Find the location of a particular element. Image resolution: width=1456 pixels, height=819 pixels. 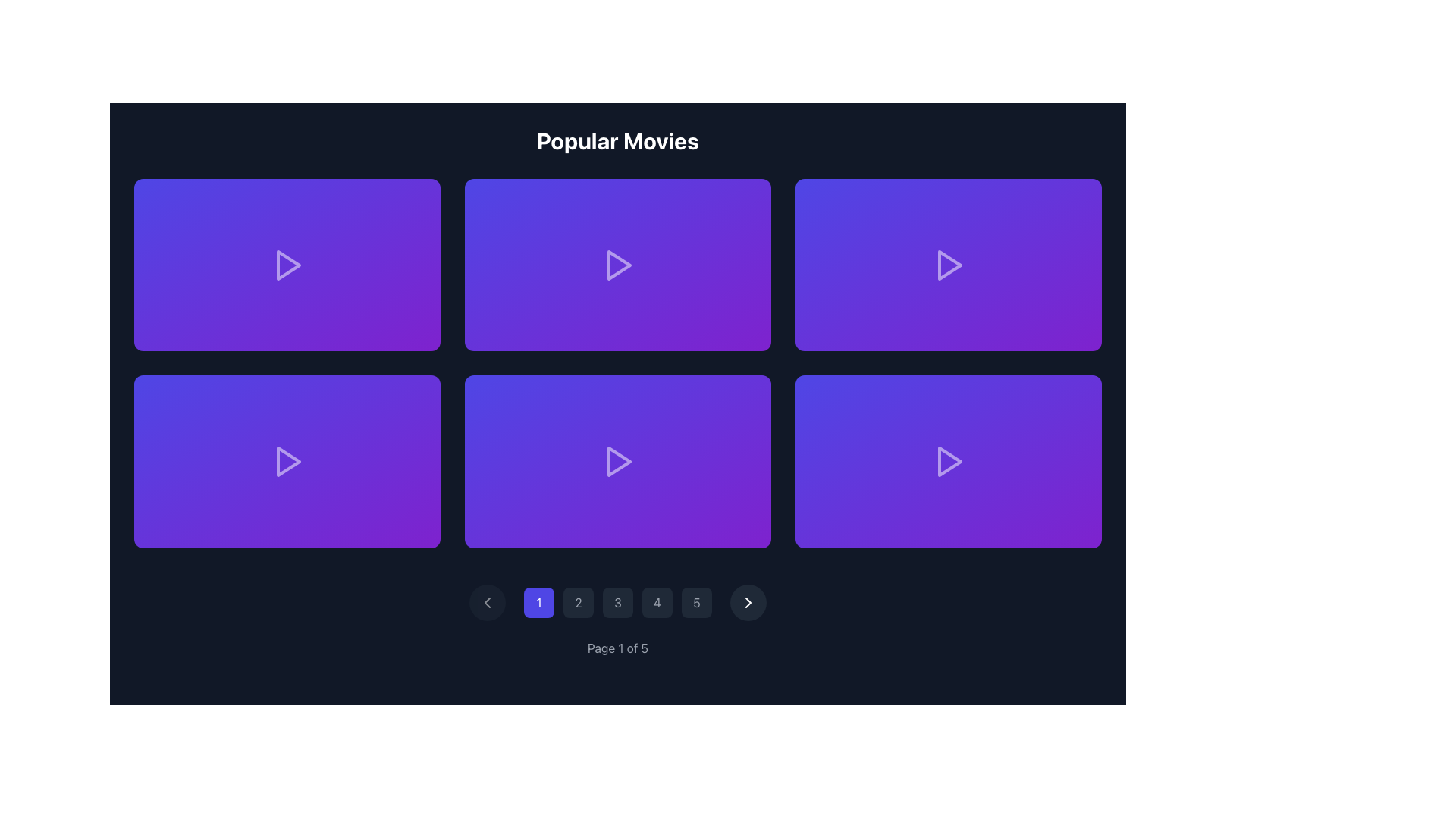

the Play Button located in the third column of the second row of the grid below the 'Popular Movies' header is located at coordinates (948, 460).